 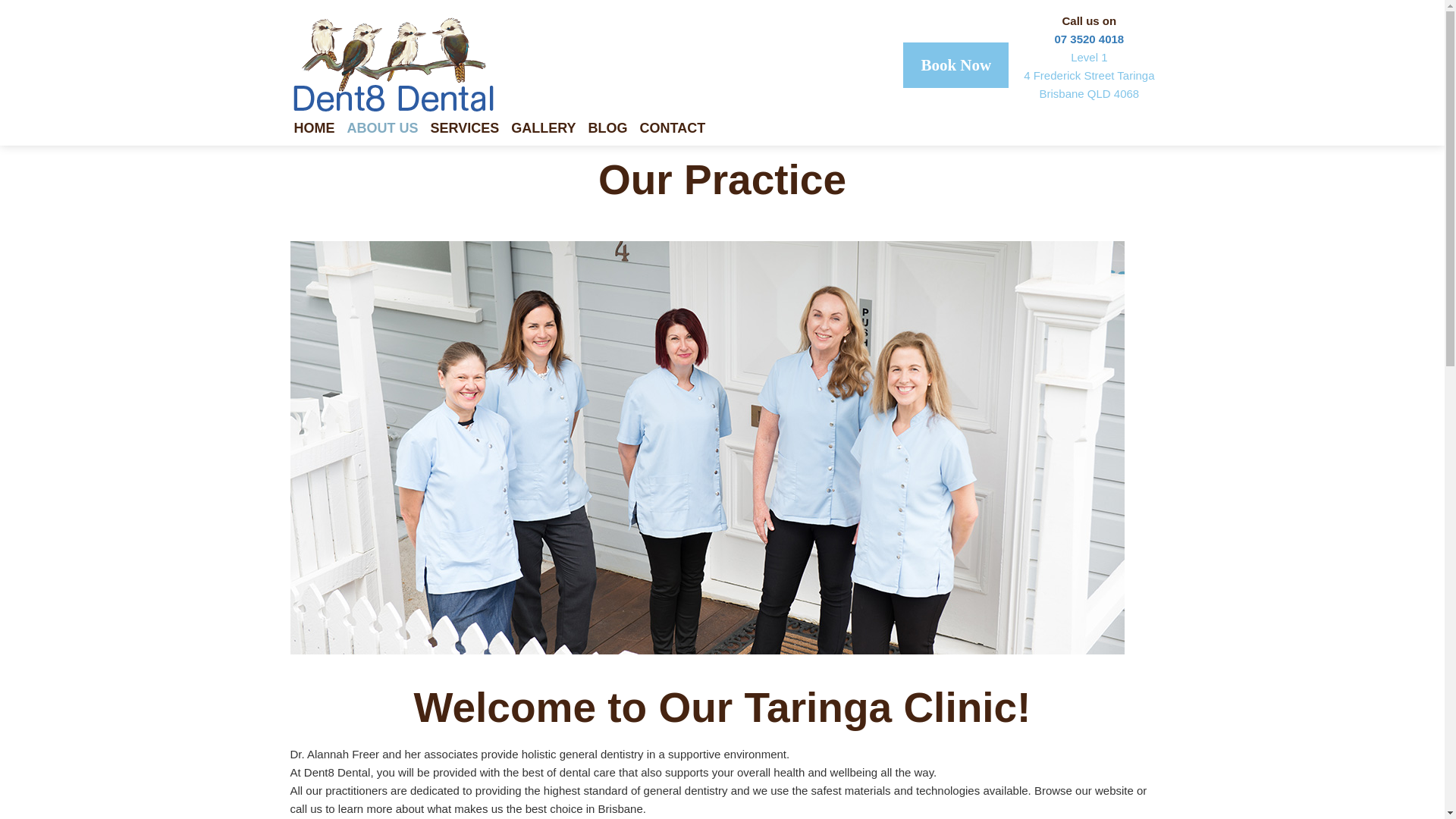 I want to click on 'ABOUT US', so click(x=346, y=130).